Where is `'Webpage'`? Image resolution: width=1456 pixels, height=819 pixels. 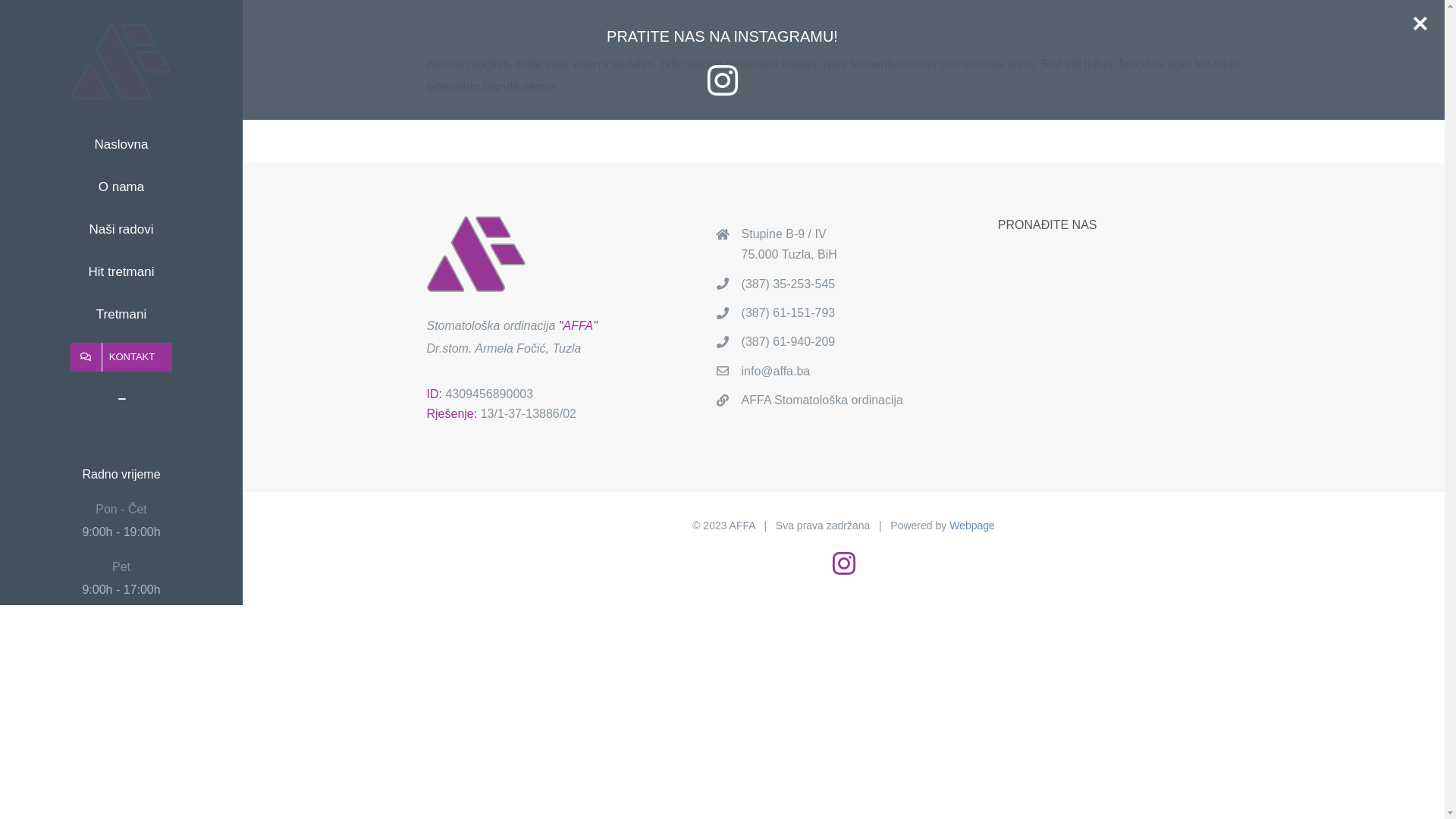 'Webpage' is located at coordinates (971, 525).